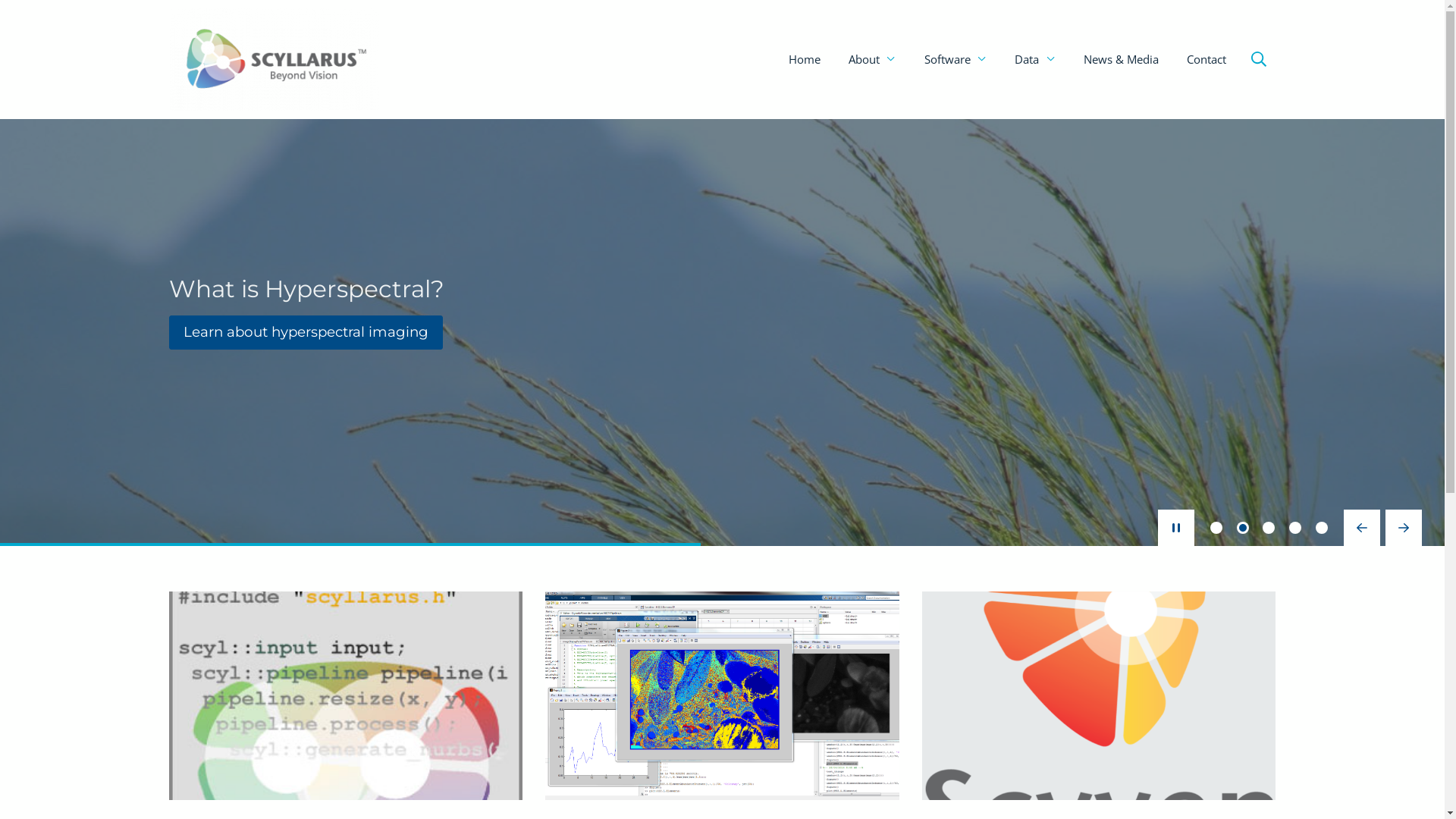  What do you see at coordinates (803, 58) in the screenshot?
I see `'Home'` at bounding box center [803, 58].